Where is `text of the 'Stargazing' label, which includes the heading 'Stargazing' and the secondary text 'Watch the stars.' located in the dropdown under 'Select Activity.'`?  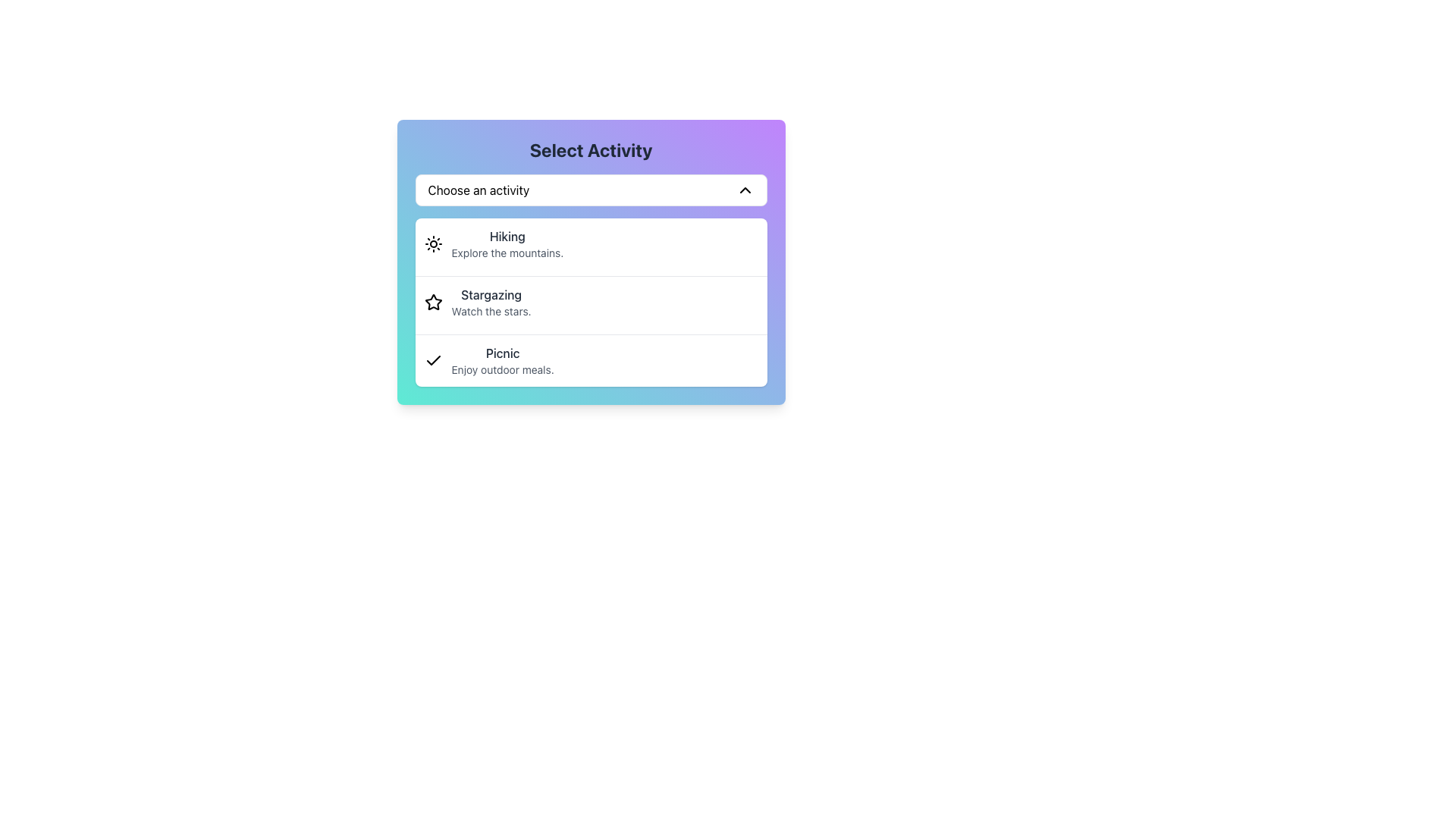 text of the 'Stargazing' label, which includes the heading 'Stargazing' and the secondary text 'Watch the stars.' located in the dropdown under 'Select Activity.' is located at coordinates (491, 302).